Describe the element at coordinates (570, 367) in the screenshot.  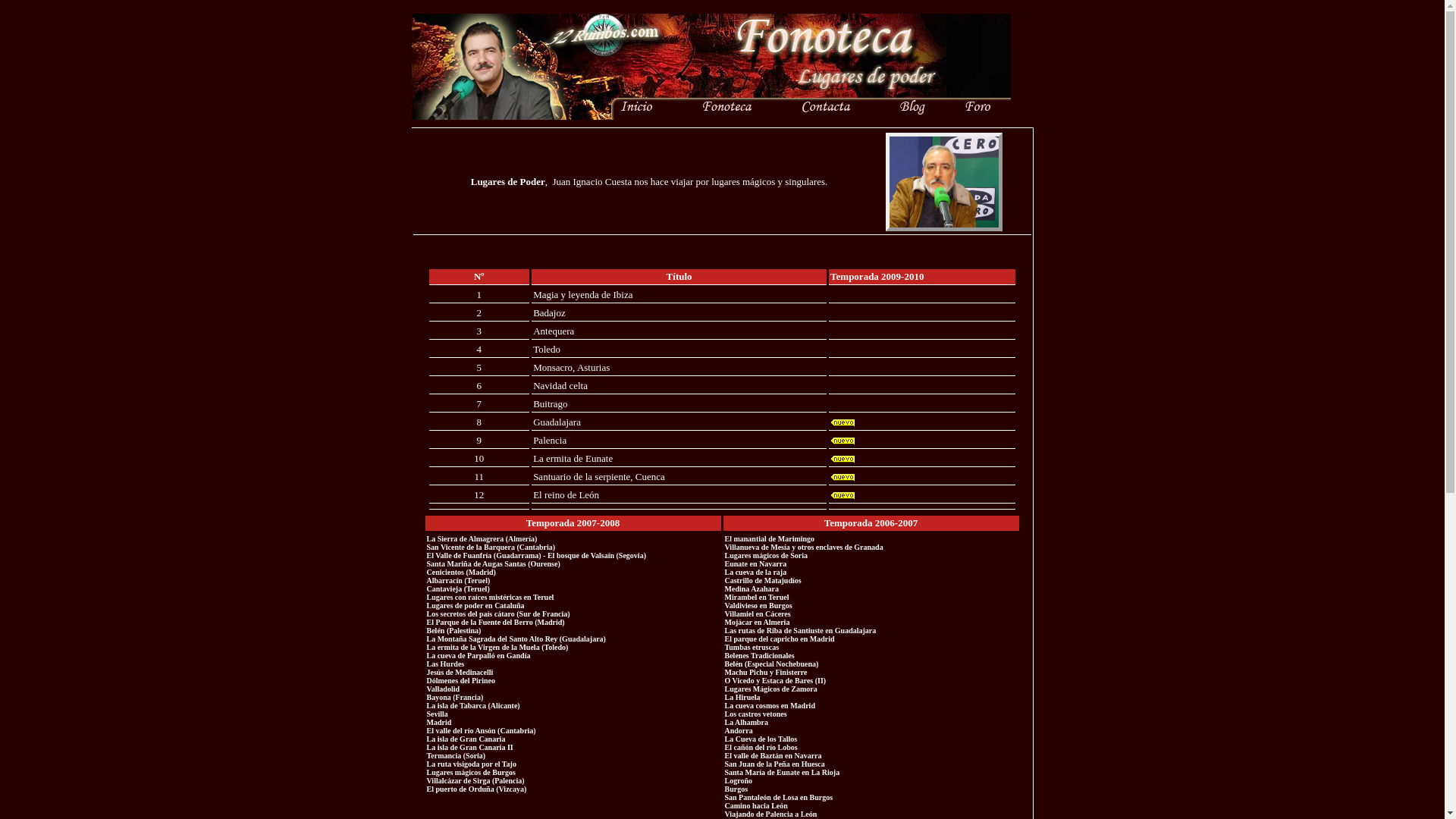
I see `'Monsacro, Asturias'` at that location.